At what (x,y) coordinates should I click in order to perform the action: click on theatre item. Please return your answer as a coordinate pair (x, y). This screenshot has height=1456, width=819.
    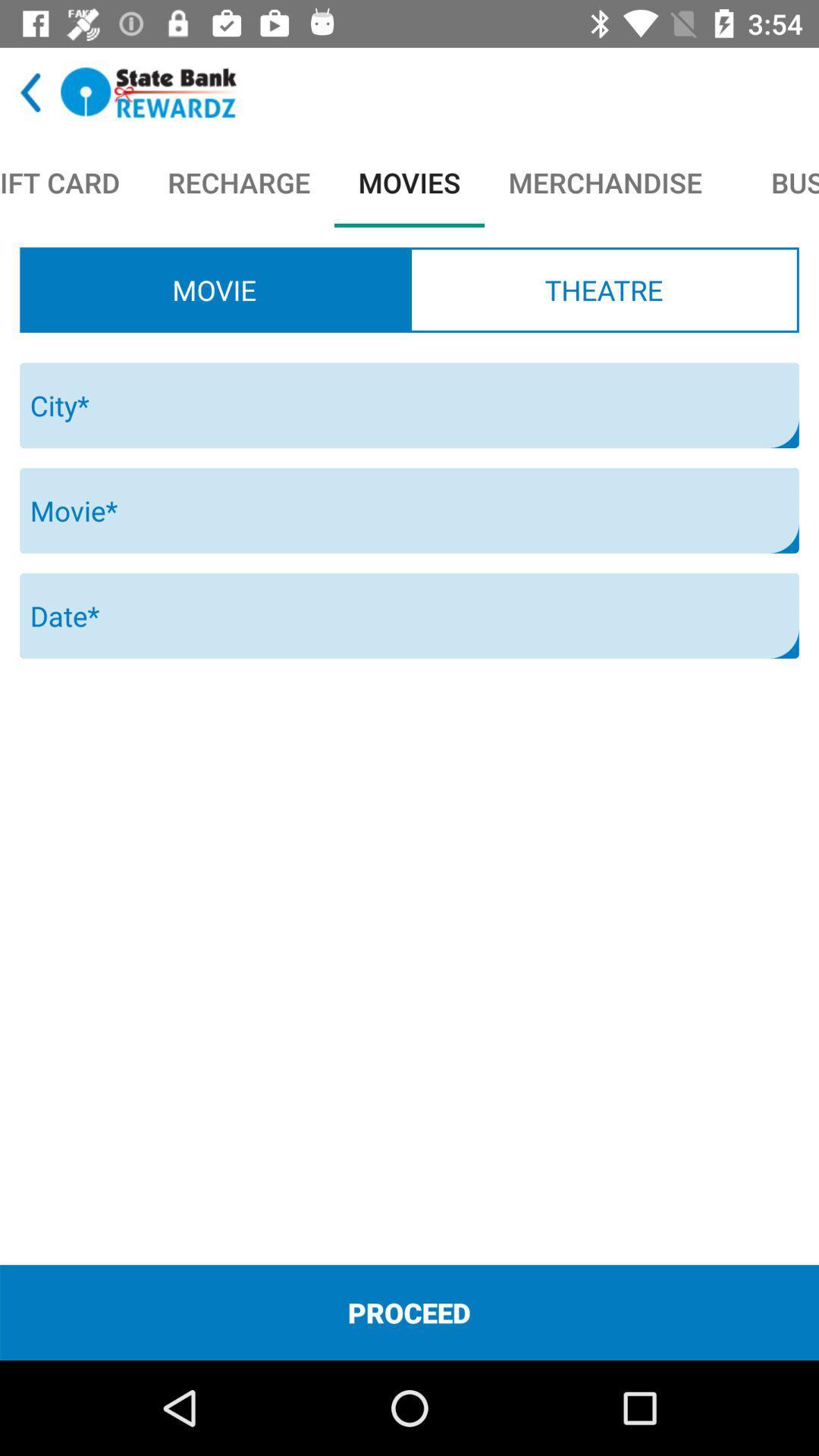
    Looking at the image, I should click on (603, 290).